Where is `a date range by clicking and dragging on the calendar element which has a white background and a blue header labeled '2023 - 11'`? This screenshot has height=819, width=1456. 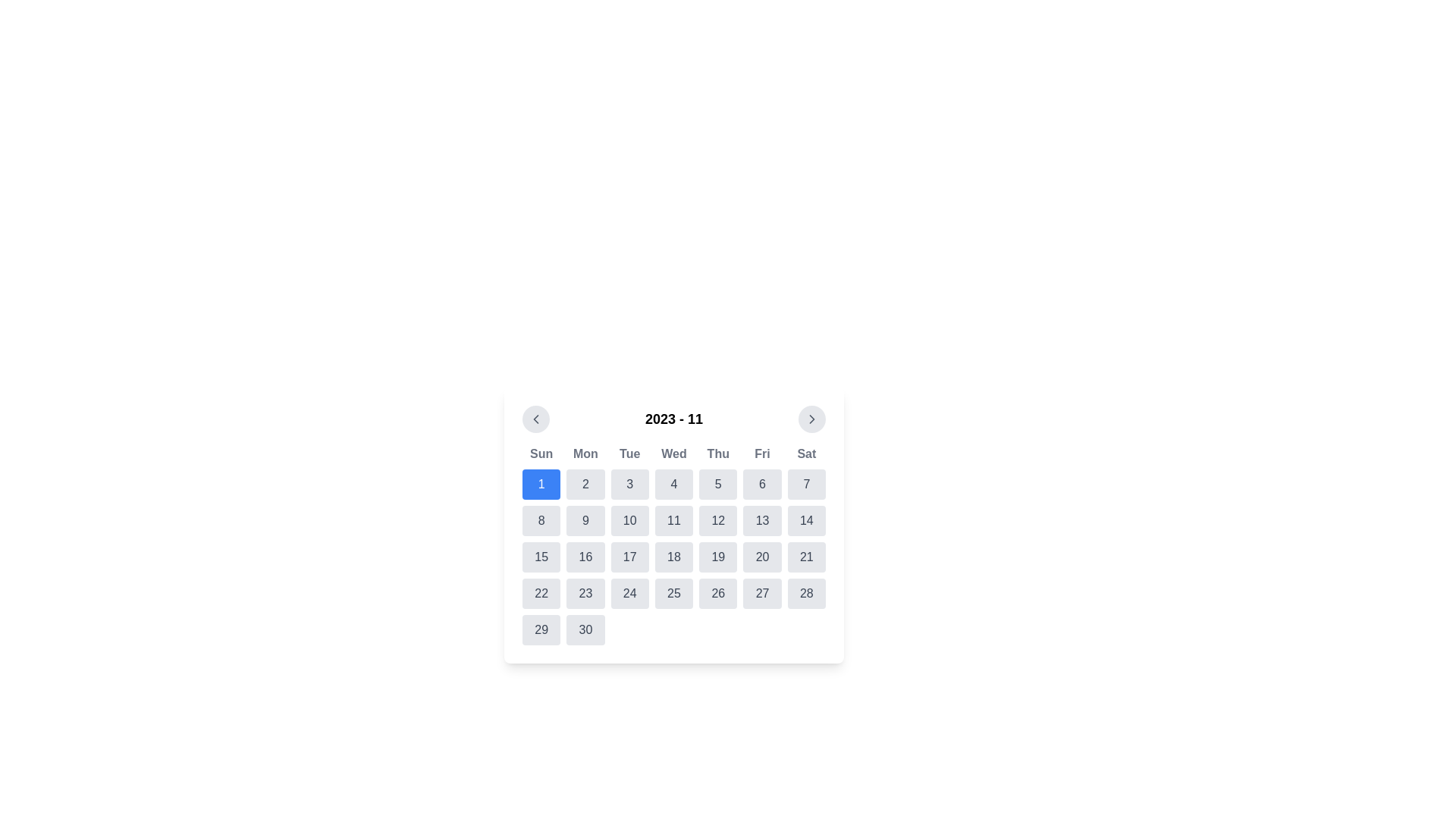
a date range by clicking and dragging on the calendar element which has a white background and a blue header labeled '2023 - 11' is located at coordinates (673, 525).